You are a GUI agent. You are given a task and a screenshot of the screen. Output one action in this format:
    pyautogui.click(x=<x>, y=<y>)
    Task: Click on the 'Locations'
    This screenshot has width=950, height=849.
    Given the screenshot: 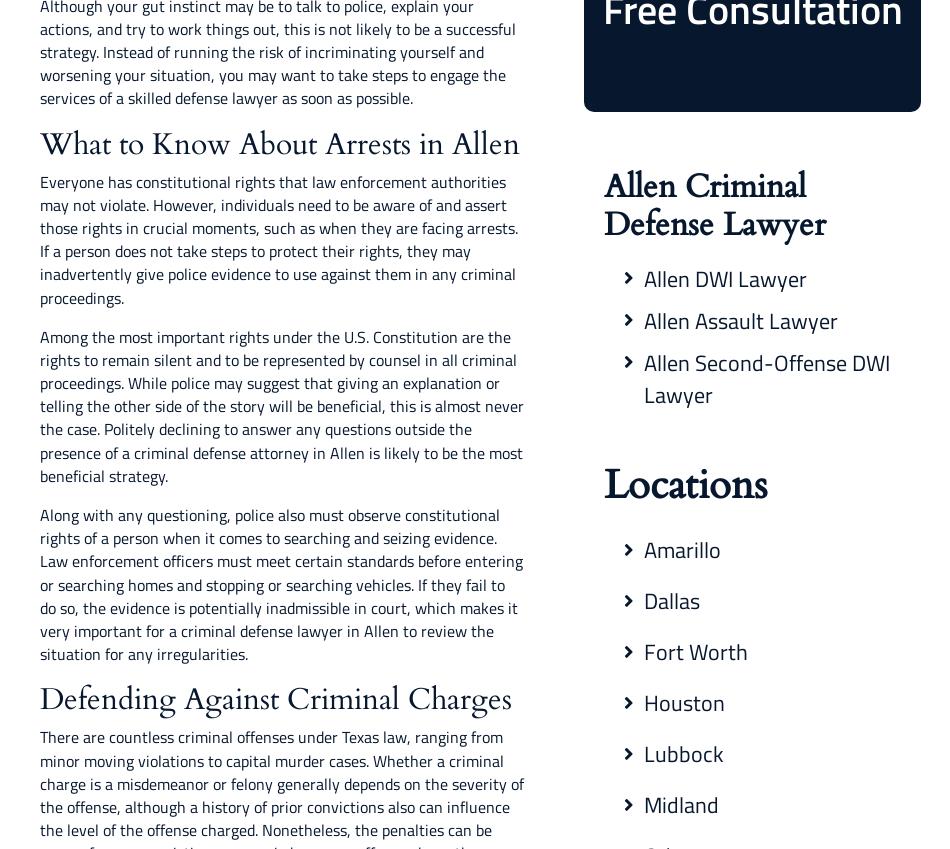 What is the action you would take?
    pyautogui.click(x=685, y=484)
    